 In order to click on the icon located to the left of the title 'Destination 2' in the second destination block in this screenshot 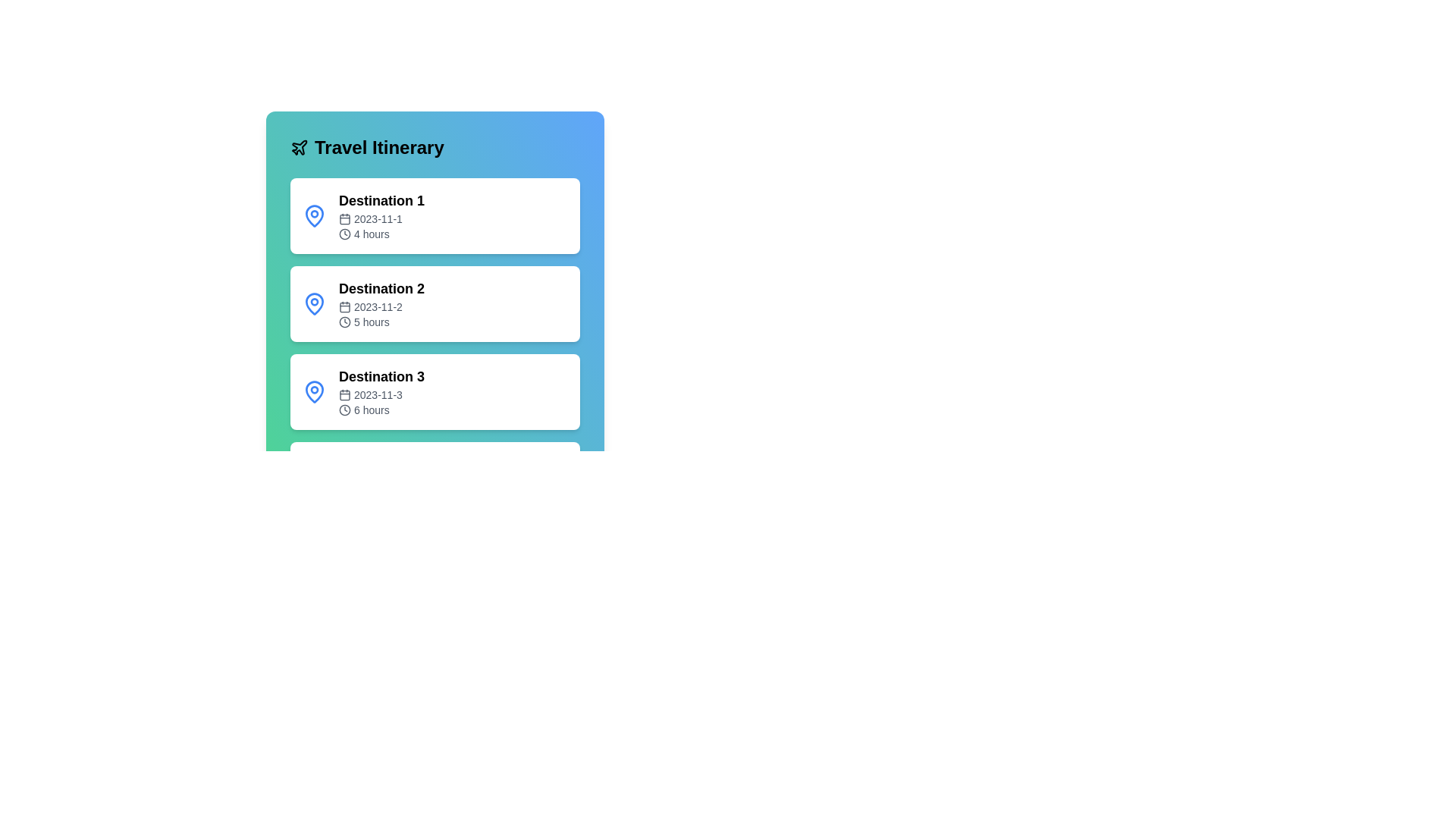, I will do `click(313, 303)`.